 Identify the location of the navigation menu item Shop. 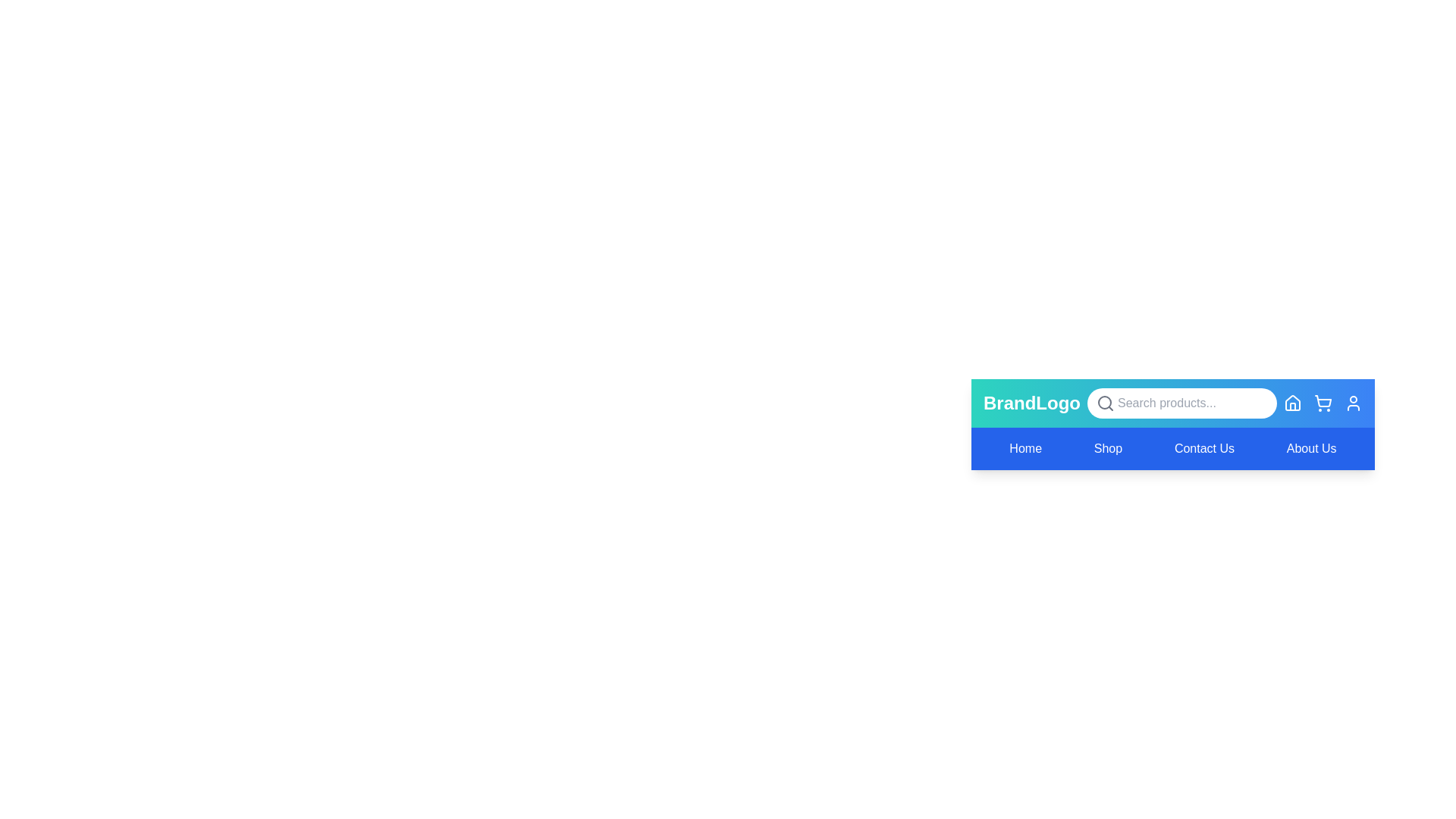
(1108, 447).